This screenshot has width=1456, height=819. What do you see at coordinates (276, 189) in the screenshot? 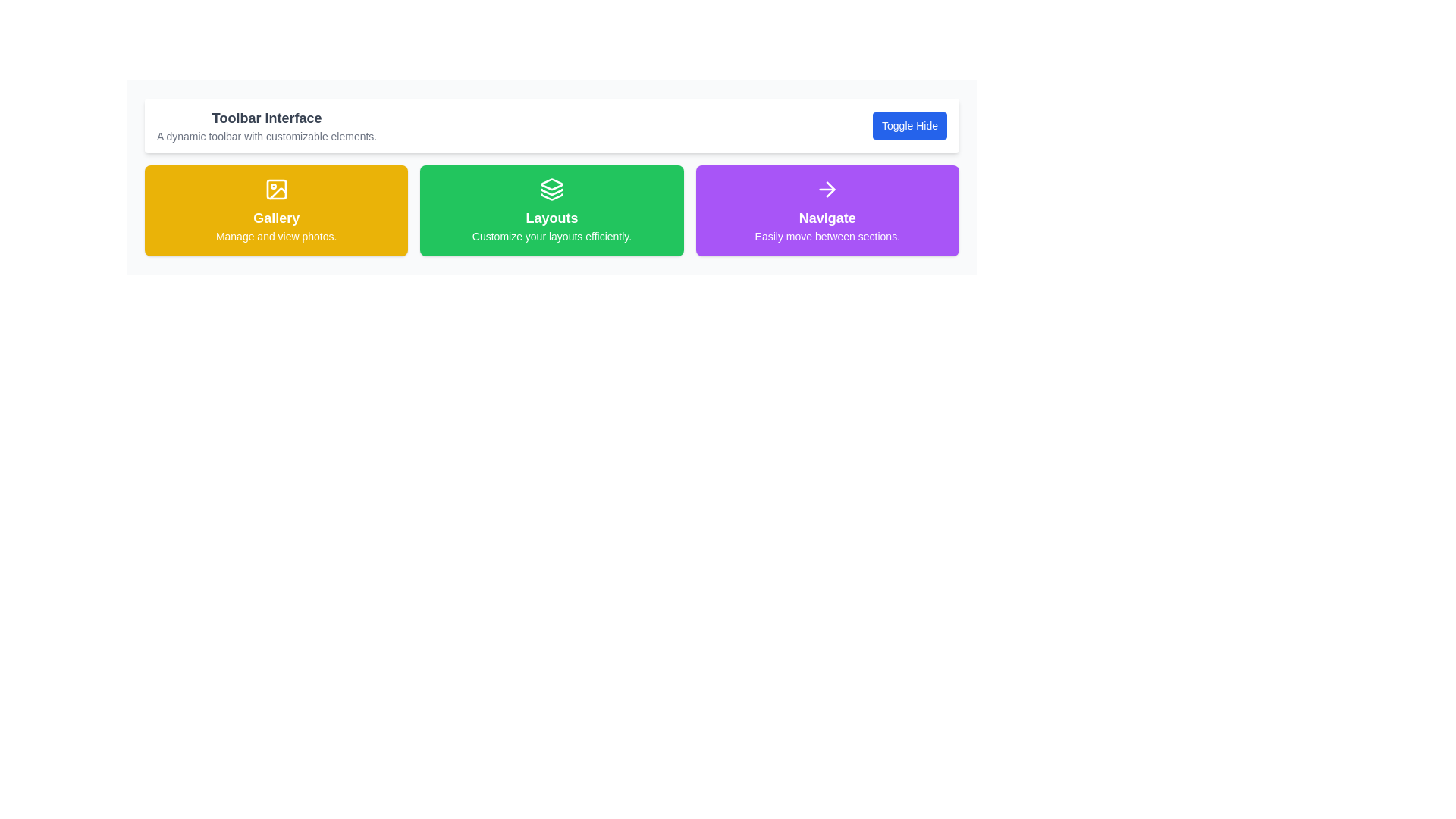
I see `the 'Gallery' icon's decorative graphical component, which is the frame of a photo or image located inside the 'Gallery' panel with a yellow background` at bounding box center [276, 189].